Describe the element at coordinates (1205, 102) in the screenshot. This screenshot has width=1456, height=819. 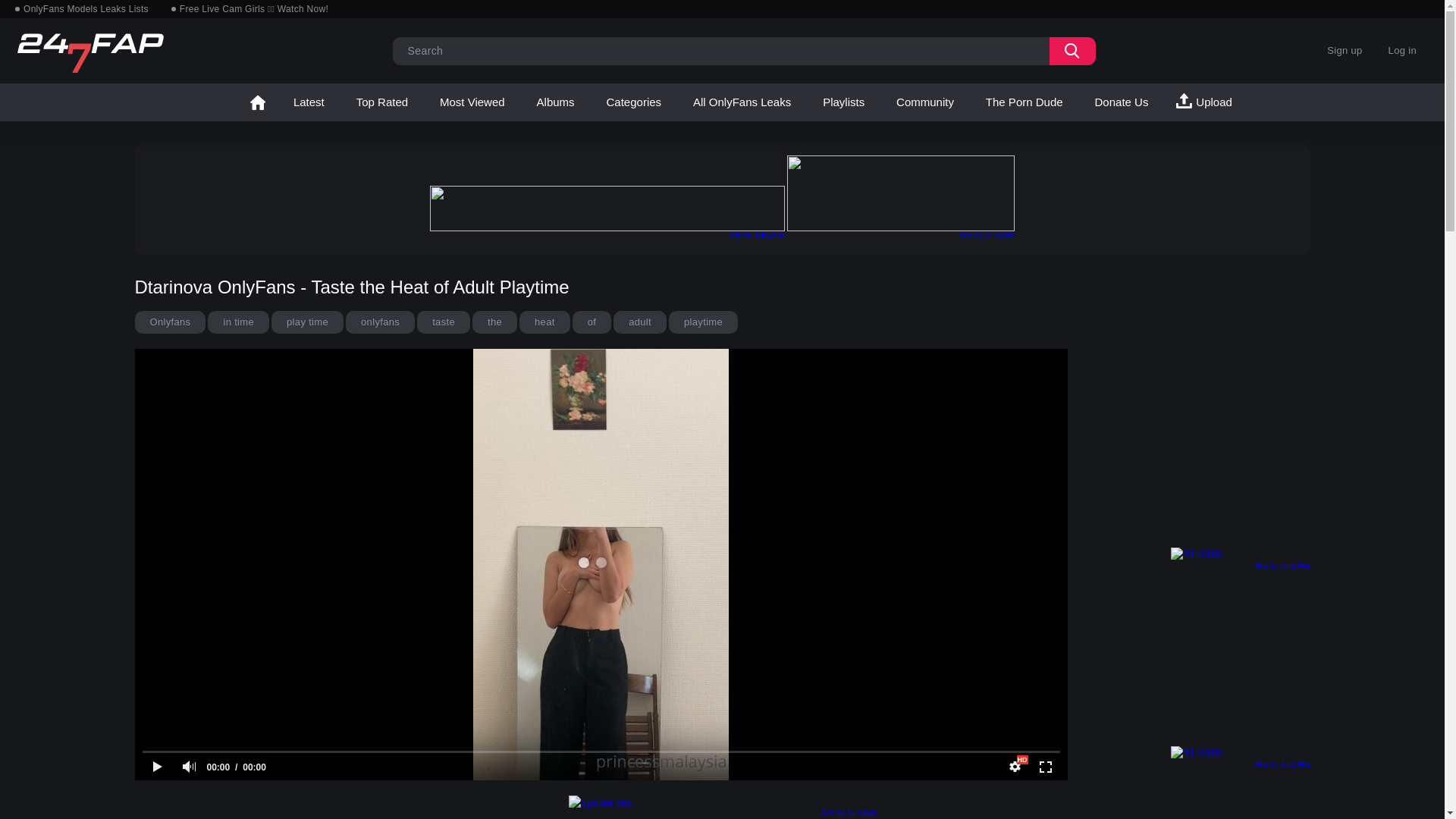
I see `'Upload'` at that location.